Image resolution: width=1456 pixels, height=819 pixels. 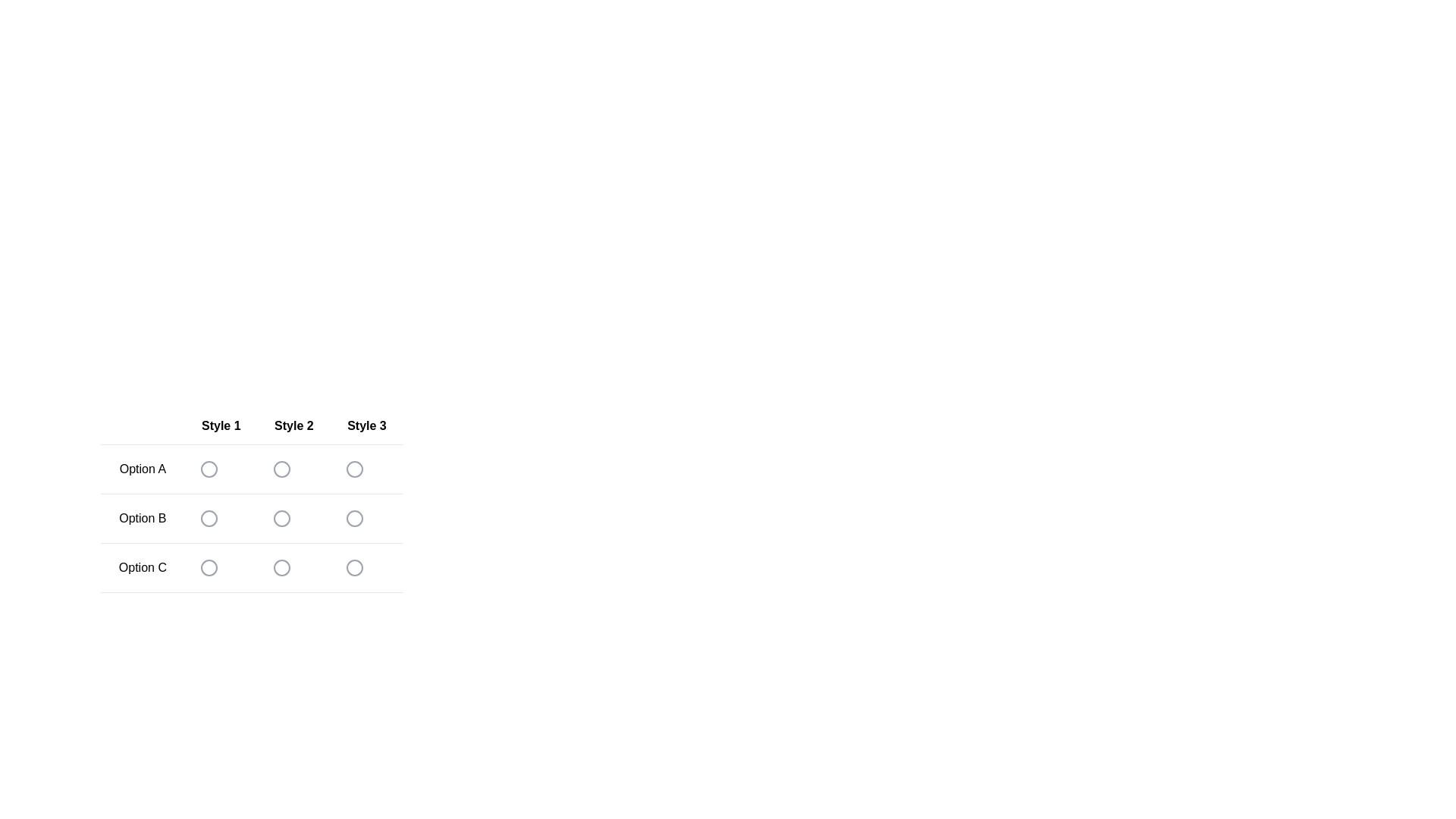 I want to click on the radio button corresponding to 'Option B' in the second row and 'Style 2' in the second column, so click(x=252, y=522).